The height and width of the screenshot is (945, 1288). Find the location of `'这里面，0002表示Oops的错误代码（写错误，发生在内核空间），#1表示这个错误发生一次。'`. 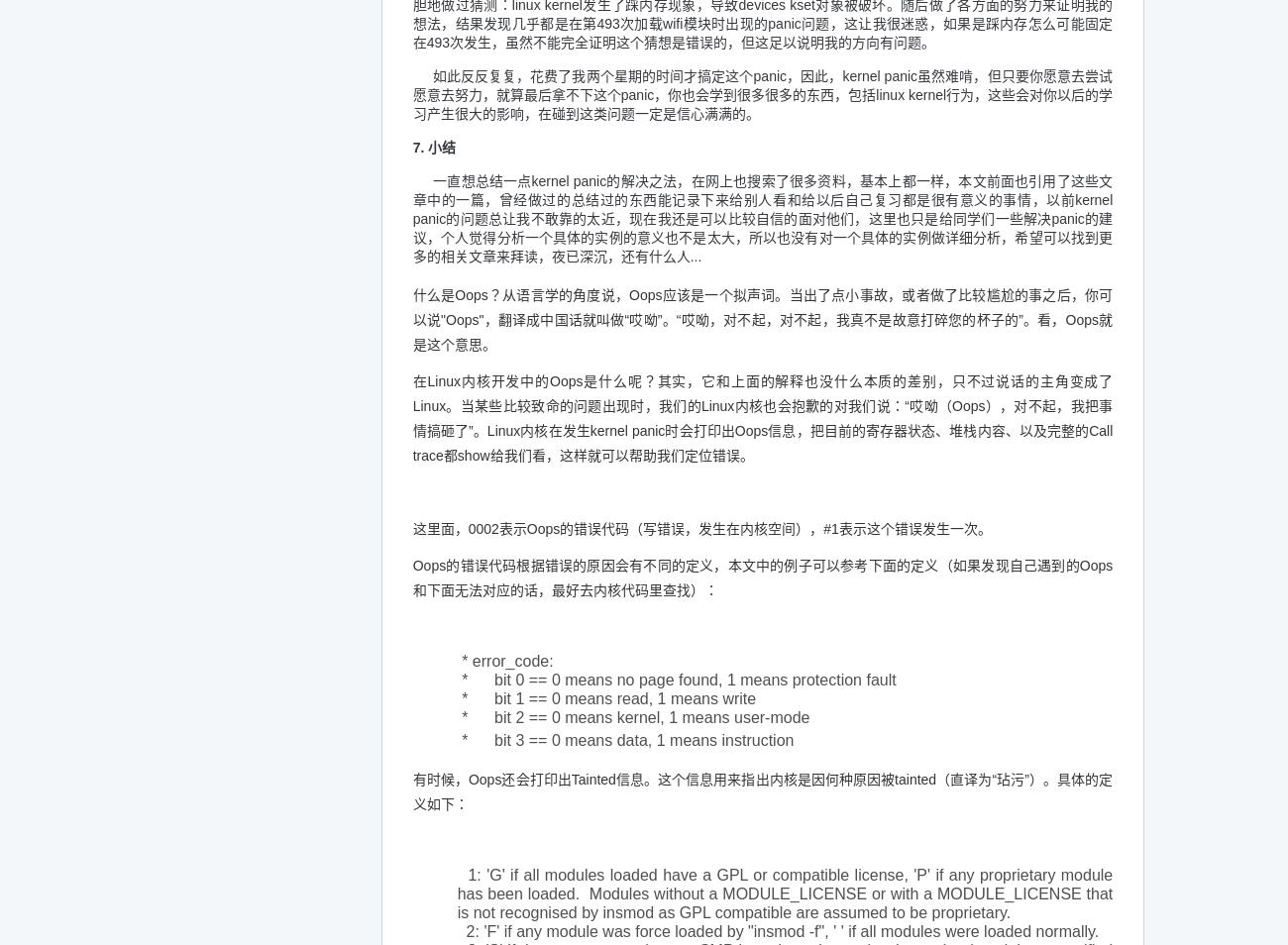

'这里面，0002表示Oops的错误代码（写错误，发生在内核空间），#1表示这个错误发生一次。' is located at coordinates (412, 527).